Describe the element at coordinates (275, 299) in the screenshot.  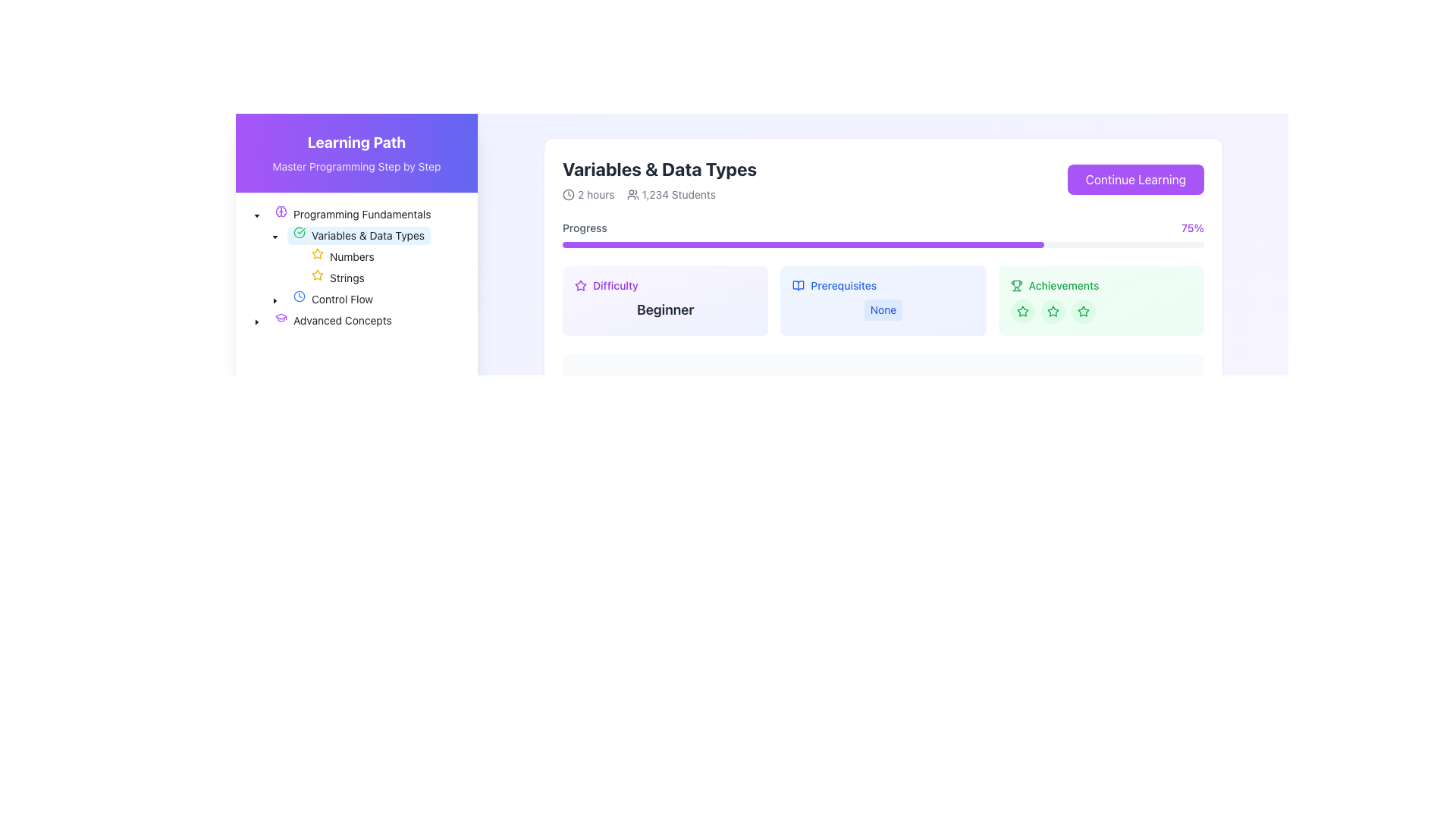
I see `the Tree switcher icon (expand/collapse control) located to the left of the 'Control Flow' entry` at that location.